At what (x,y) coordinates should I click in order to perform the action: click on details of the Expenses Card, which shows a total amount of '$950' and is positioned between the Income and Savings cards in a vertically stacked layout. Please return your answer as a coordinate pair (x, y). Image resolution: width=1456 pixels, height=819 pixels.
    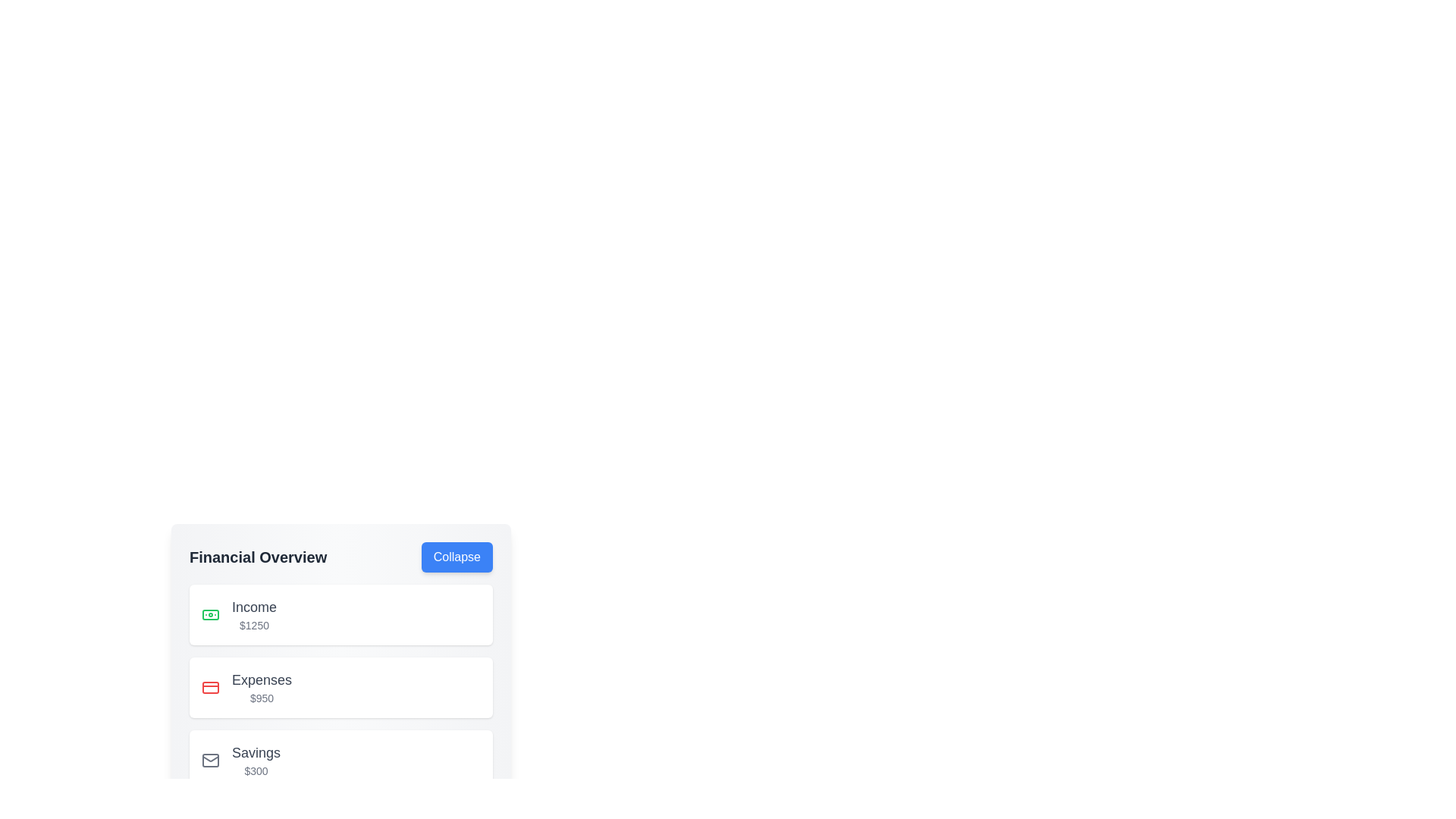
    Looking at the image, I should click on (340, 687).